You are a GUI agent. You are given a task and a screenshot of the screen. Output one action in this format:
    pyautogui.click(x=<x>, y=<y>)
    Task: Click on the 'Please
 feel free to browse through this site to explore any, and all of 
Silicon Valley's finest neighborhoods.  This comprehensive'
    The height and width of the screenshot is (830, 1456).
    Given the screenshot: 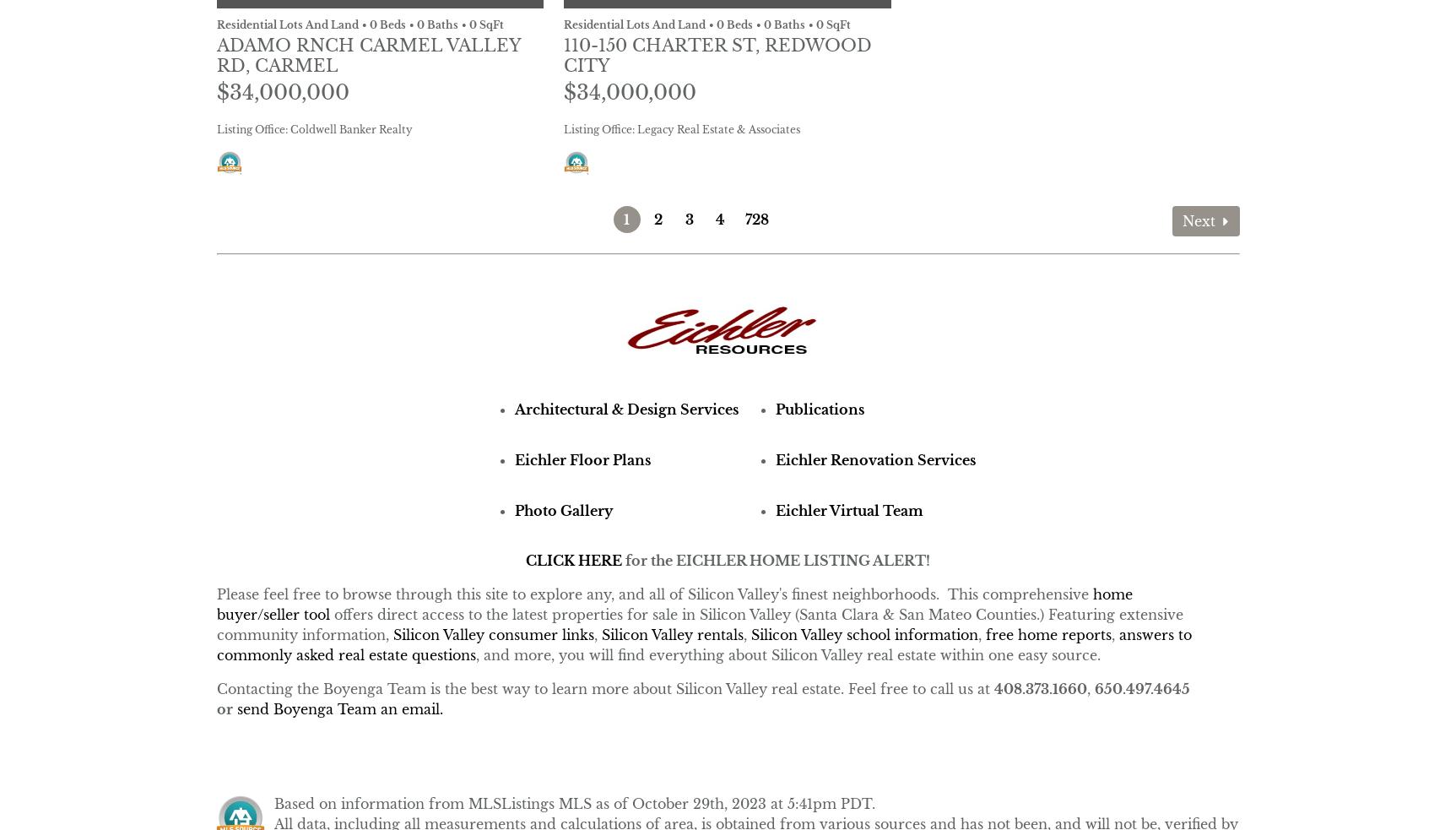 What is the action you would take?
    pyautogui.click(x=214, y=594)
    